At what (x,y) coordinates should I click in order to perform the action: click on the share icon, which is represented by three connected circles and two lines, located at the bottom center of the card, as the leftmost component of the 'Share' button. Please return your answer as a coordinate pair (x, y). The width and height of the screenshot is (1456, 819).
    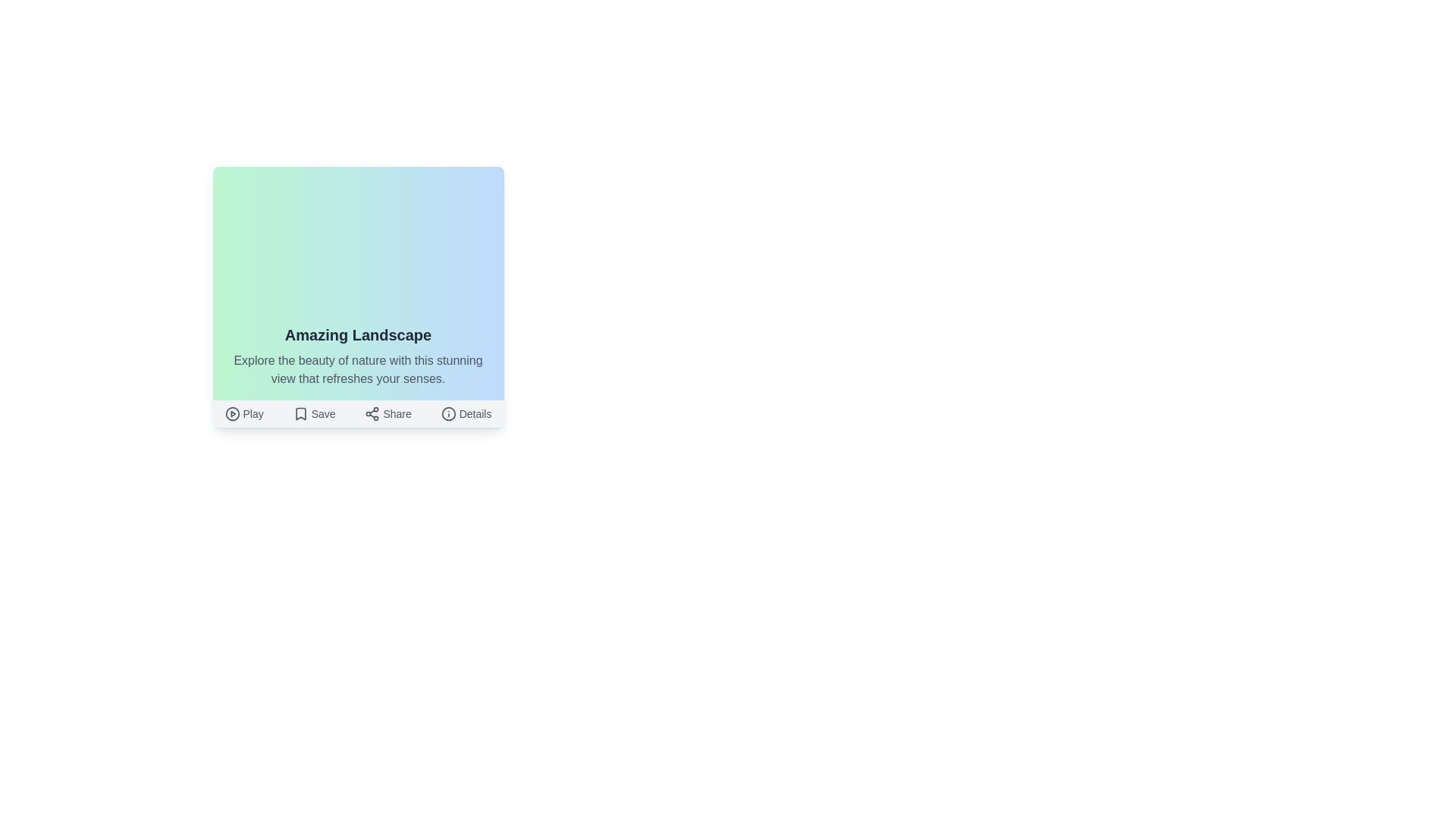
    Looking at the image, I should click on (372, 414).